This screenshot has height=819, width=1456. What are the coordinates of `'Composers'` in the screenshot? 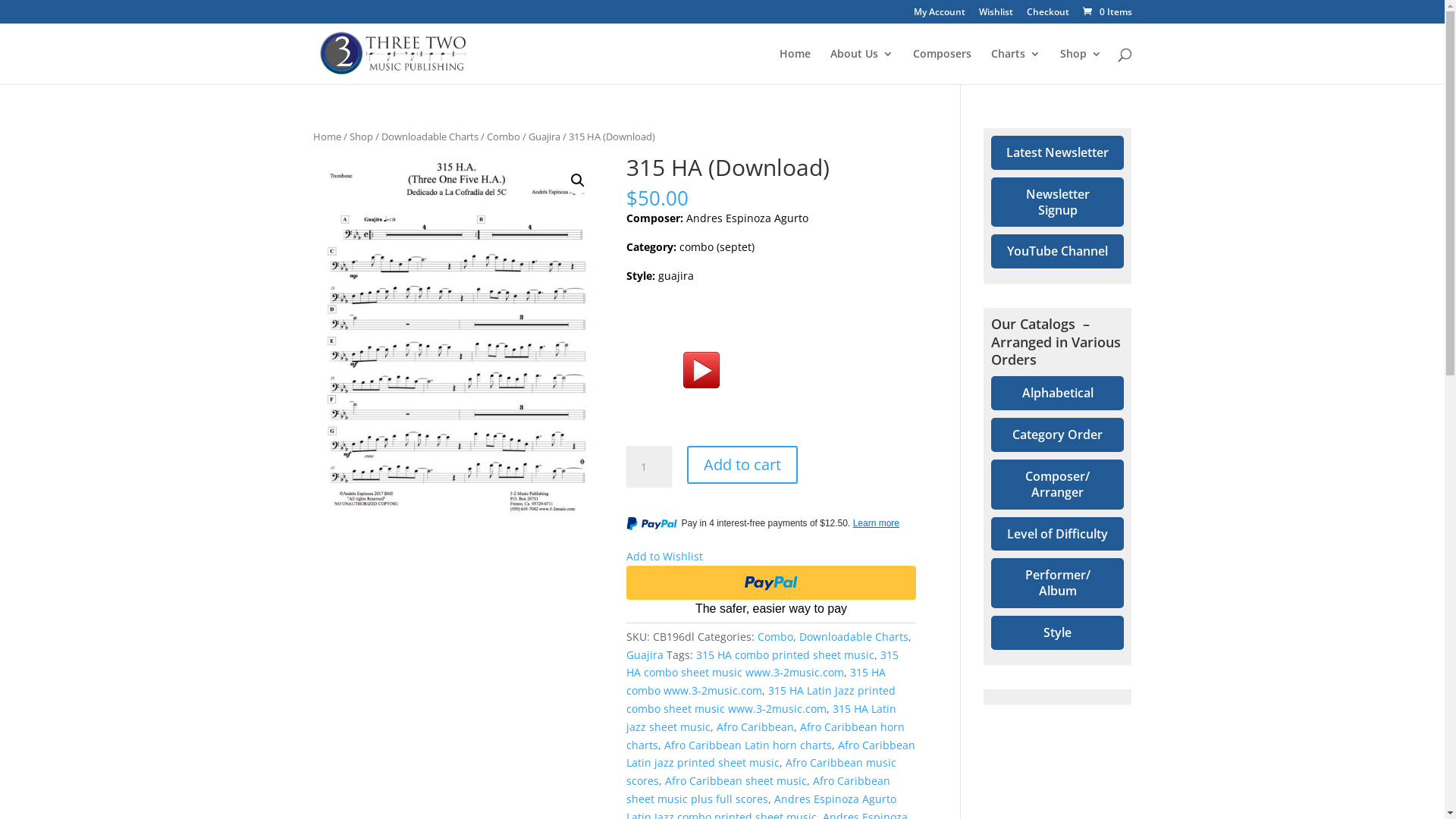 It's located at (941, 65).